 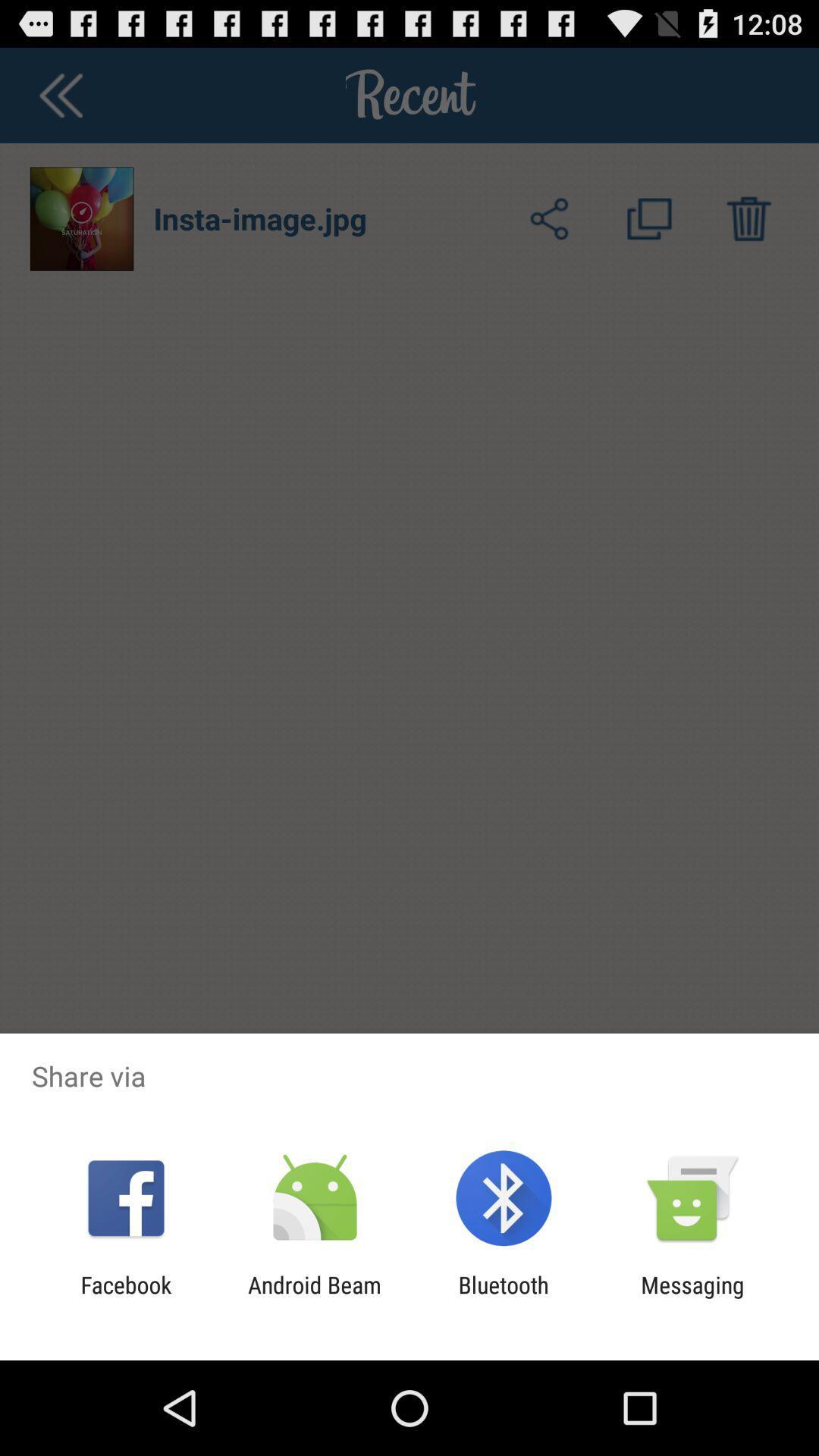 What do you see at coordinates (504, 1298) in the screenshot?
I see `item to the left of messaging` at bounding box center [504, 1298].